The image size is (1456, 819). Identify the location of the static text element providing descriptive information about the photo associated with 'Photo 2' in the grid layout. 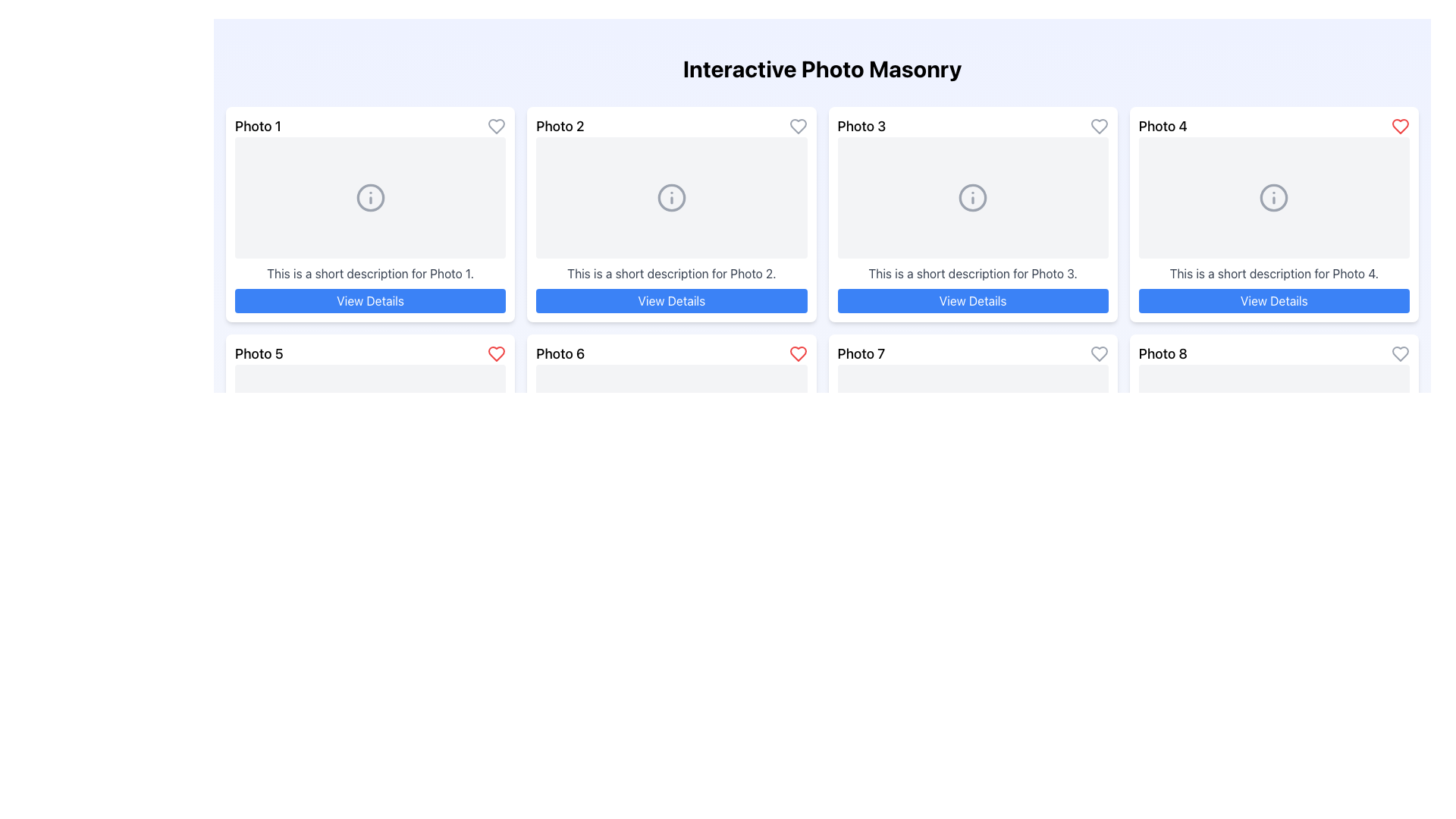
(670, 274).